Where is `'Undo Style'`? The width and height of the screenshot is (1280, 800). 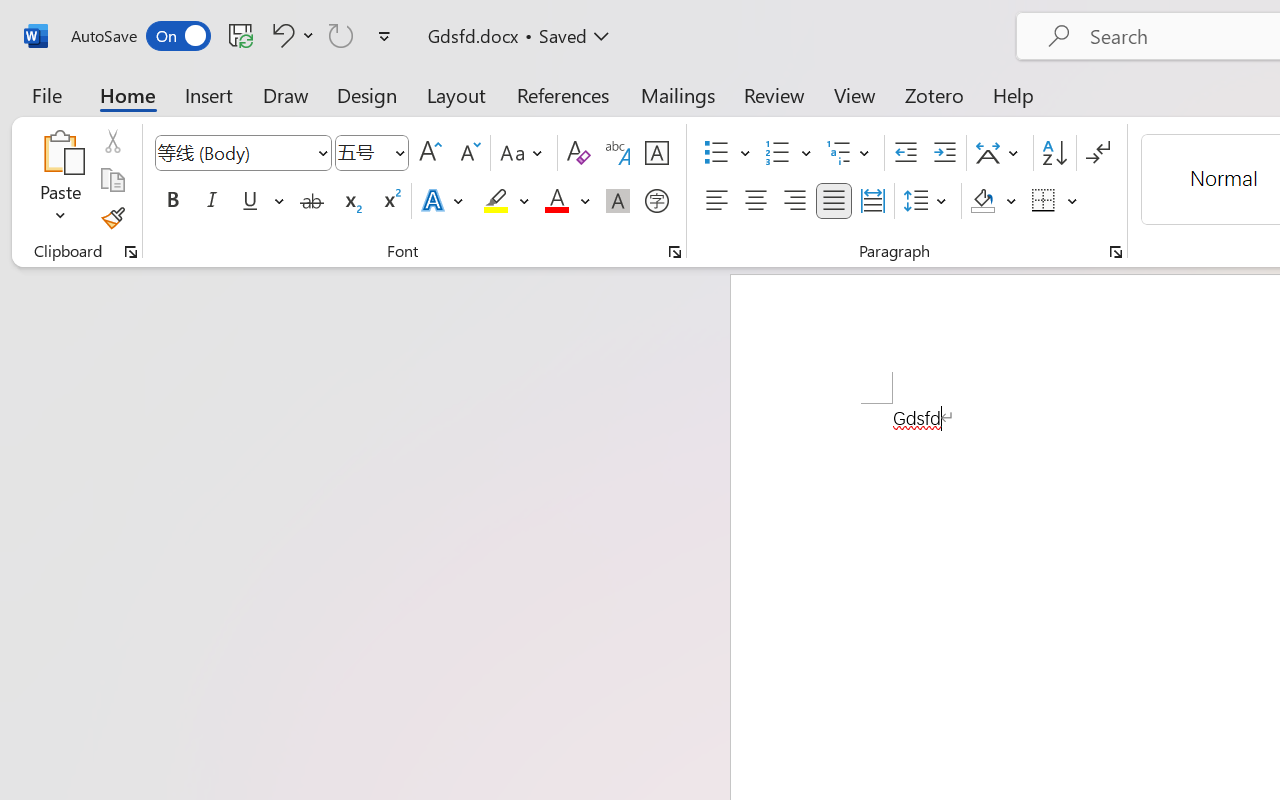 'Undo Style' is located at coordinates (279, 34).